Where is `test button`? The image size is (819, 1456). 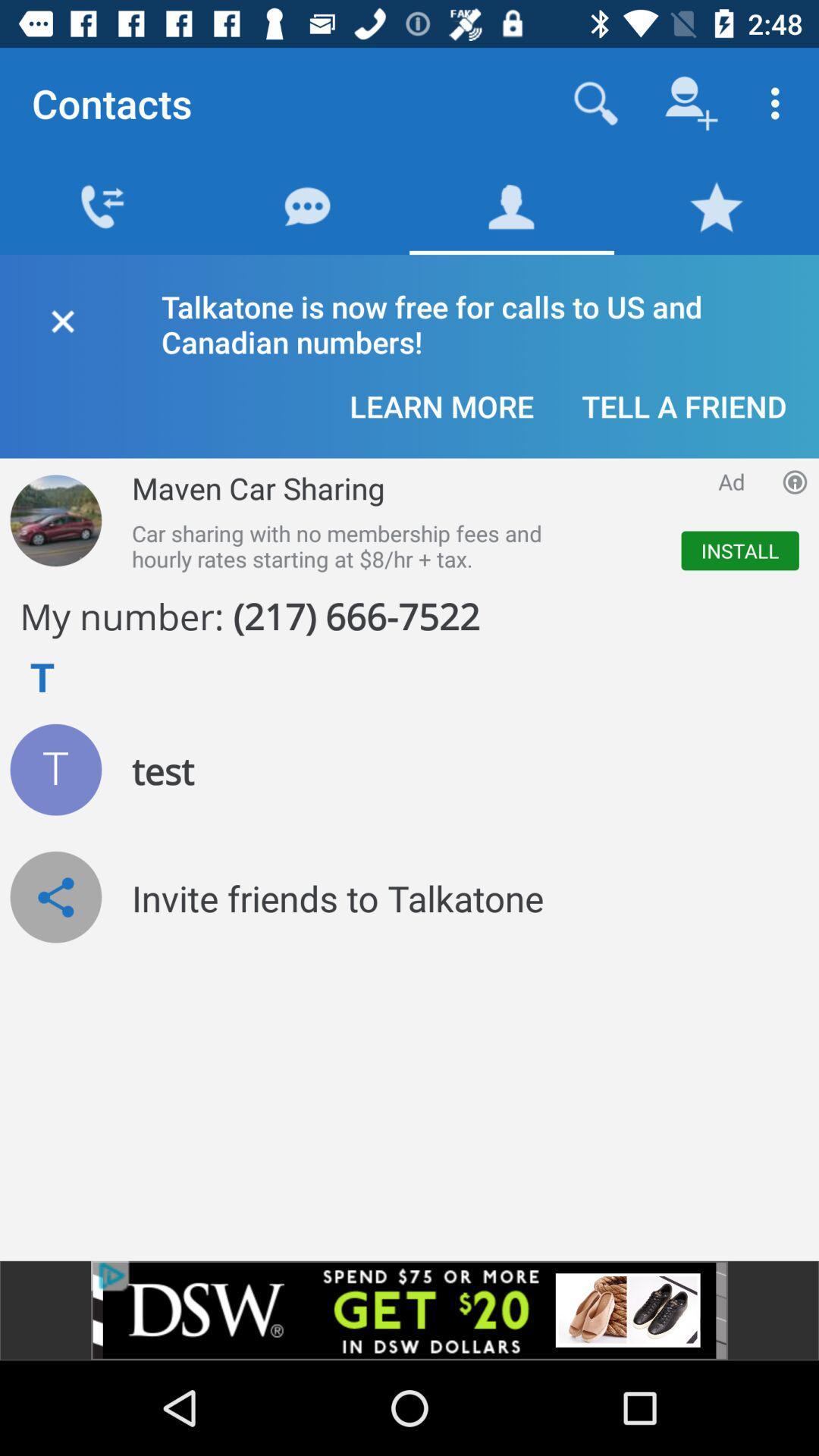 test button is located at coordinates (55, 770).